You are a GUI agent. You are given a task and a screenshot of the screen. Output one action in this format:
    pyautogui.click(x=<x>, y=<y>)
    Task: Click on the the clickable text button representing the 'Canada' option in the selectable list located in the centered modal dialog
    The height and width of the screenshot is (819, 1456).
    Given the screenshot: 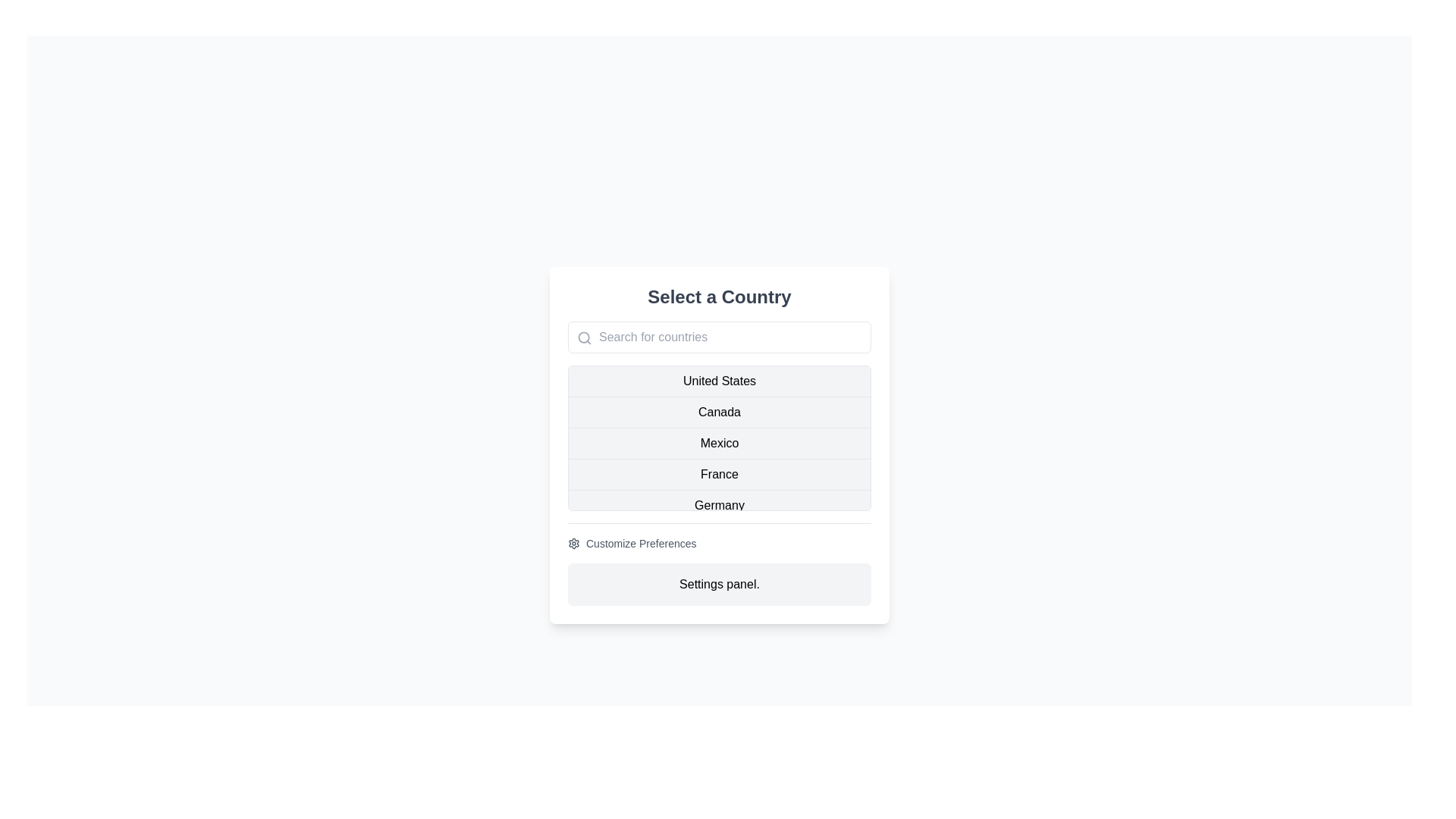 What is the action you would take?
    pyautogui.click(x=719, y=412)
    